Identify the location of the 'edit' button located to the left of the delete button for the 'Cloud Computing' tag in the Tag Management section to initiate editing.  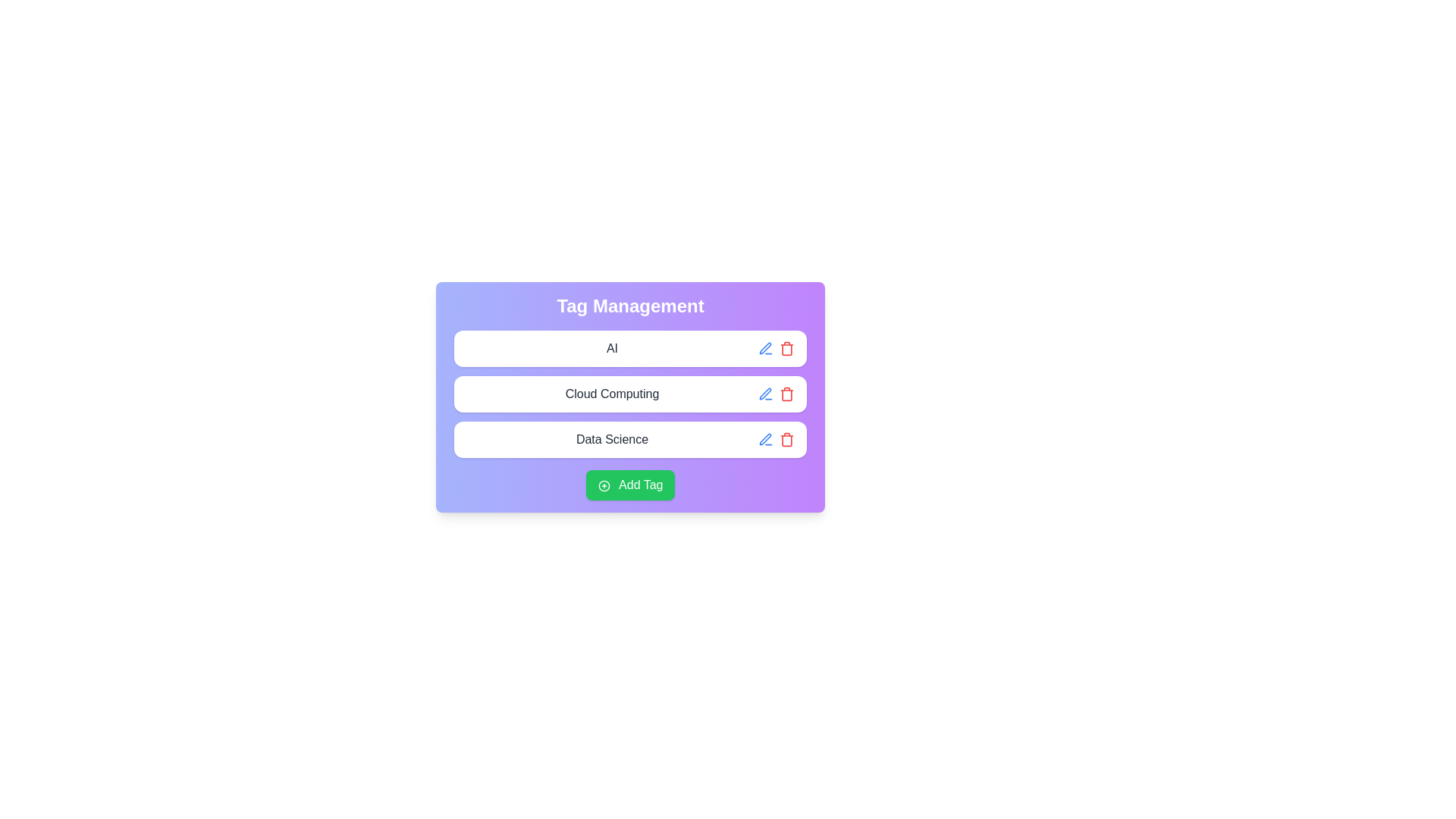
(765, 394).